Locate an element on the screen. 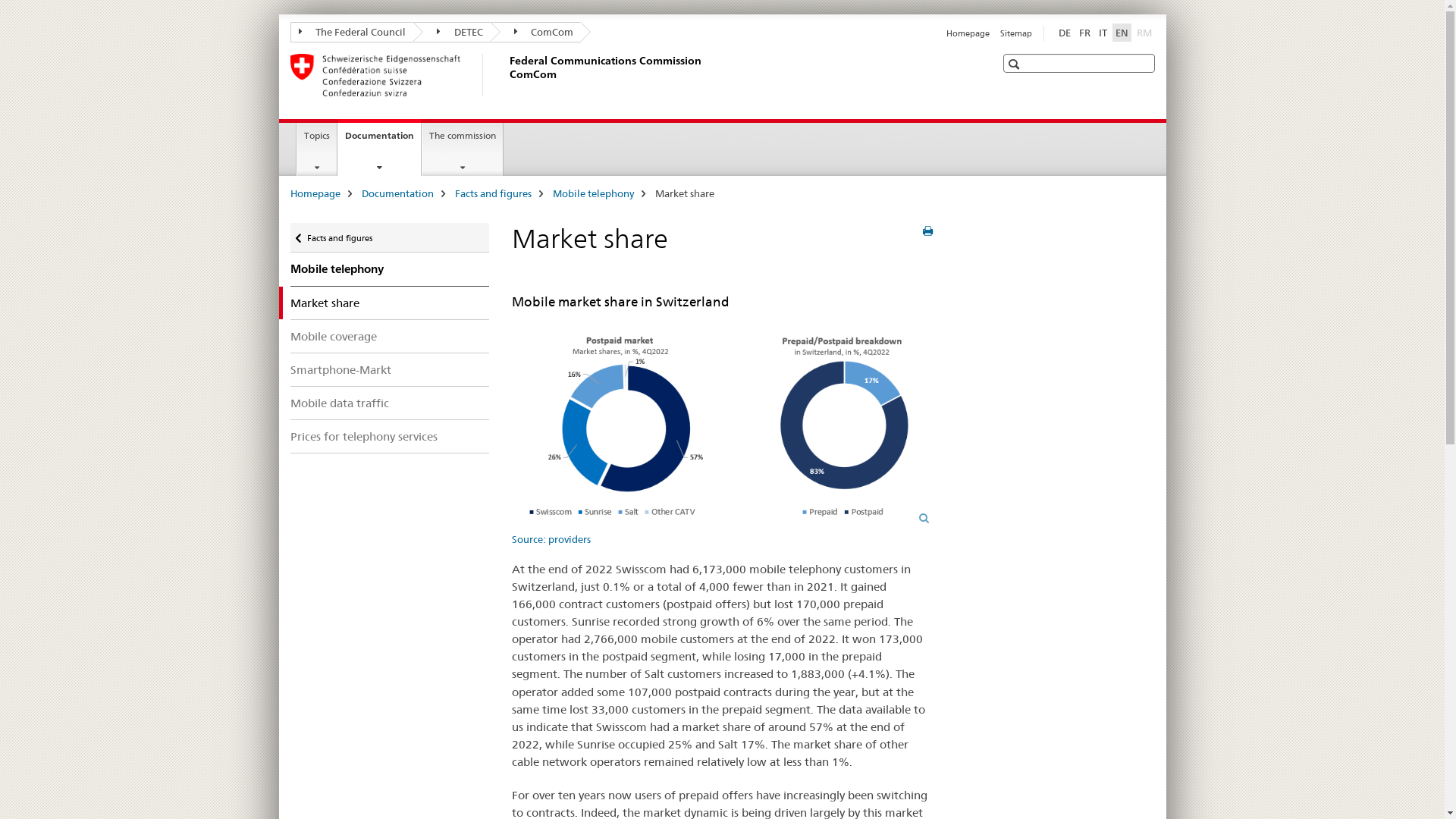 Image resolution: width=1456 pixels, height=819 pixels. 'DE' is located at coordinates (1063, 32).